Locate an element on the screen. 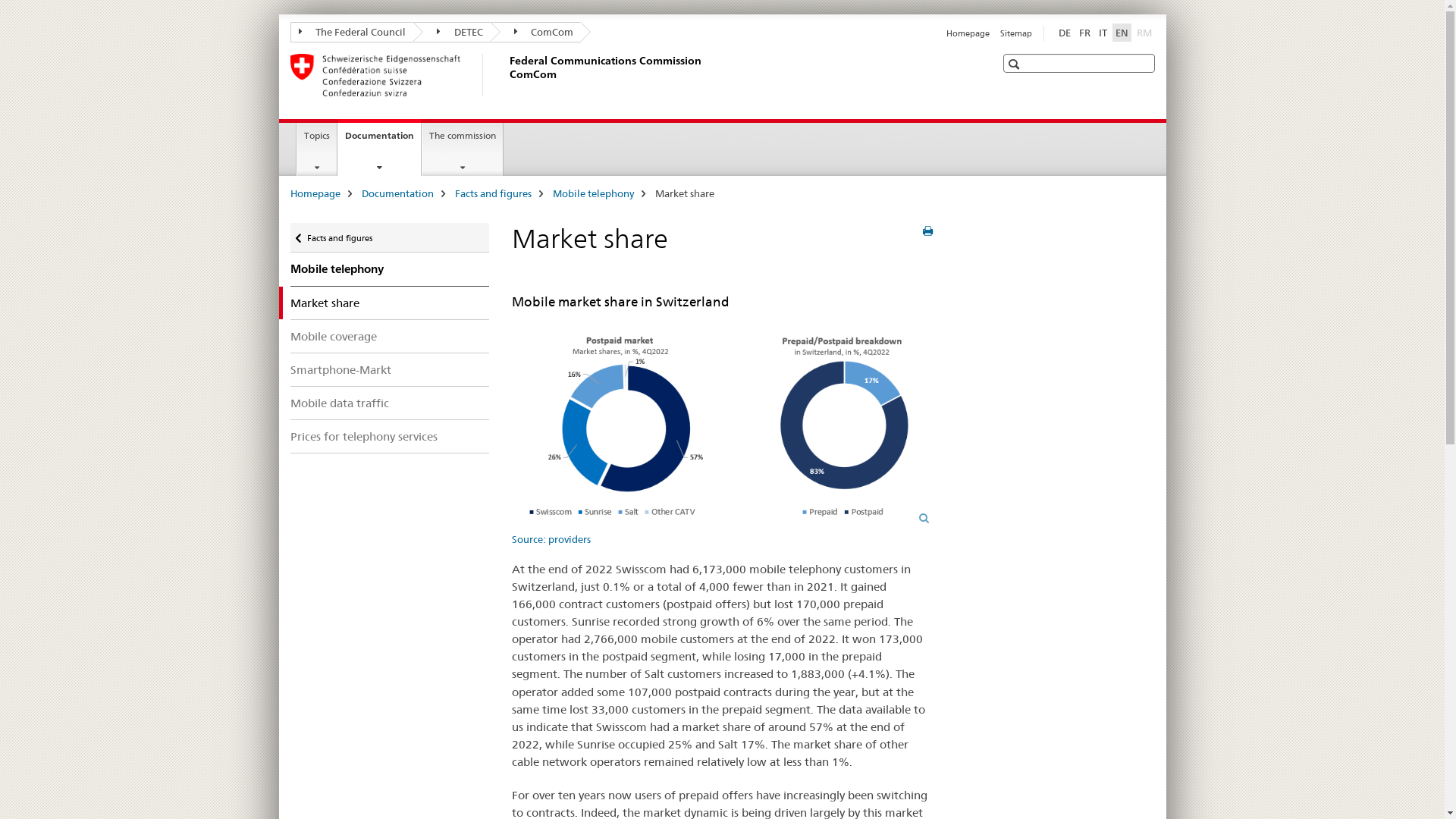 Image resolution: width=1456 pixels, height=819 pixels. 'DE' is located at coordinates (1063, 32).